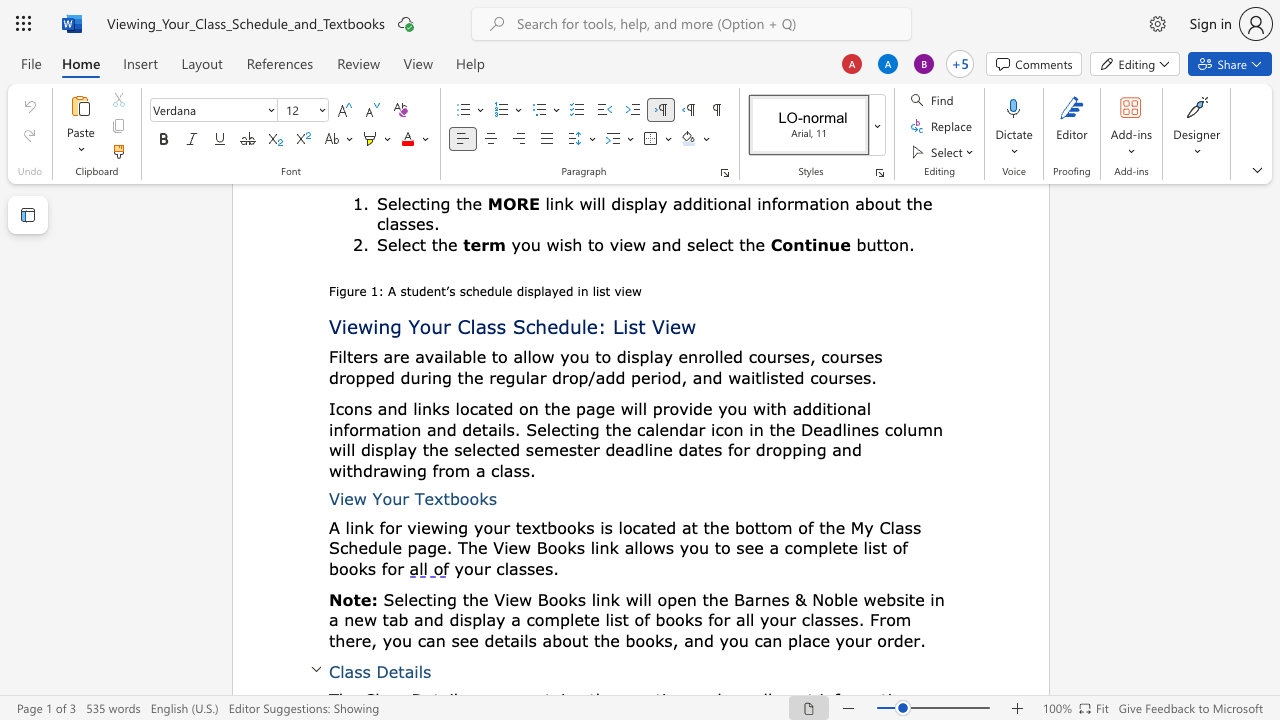  I want to click on the space between the continuous character "o" and "o" in the text, so click(468, 497).